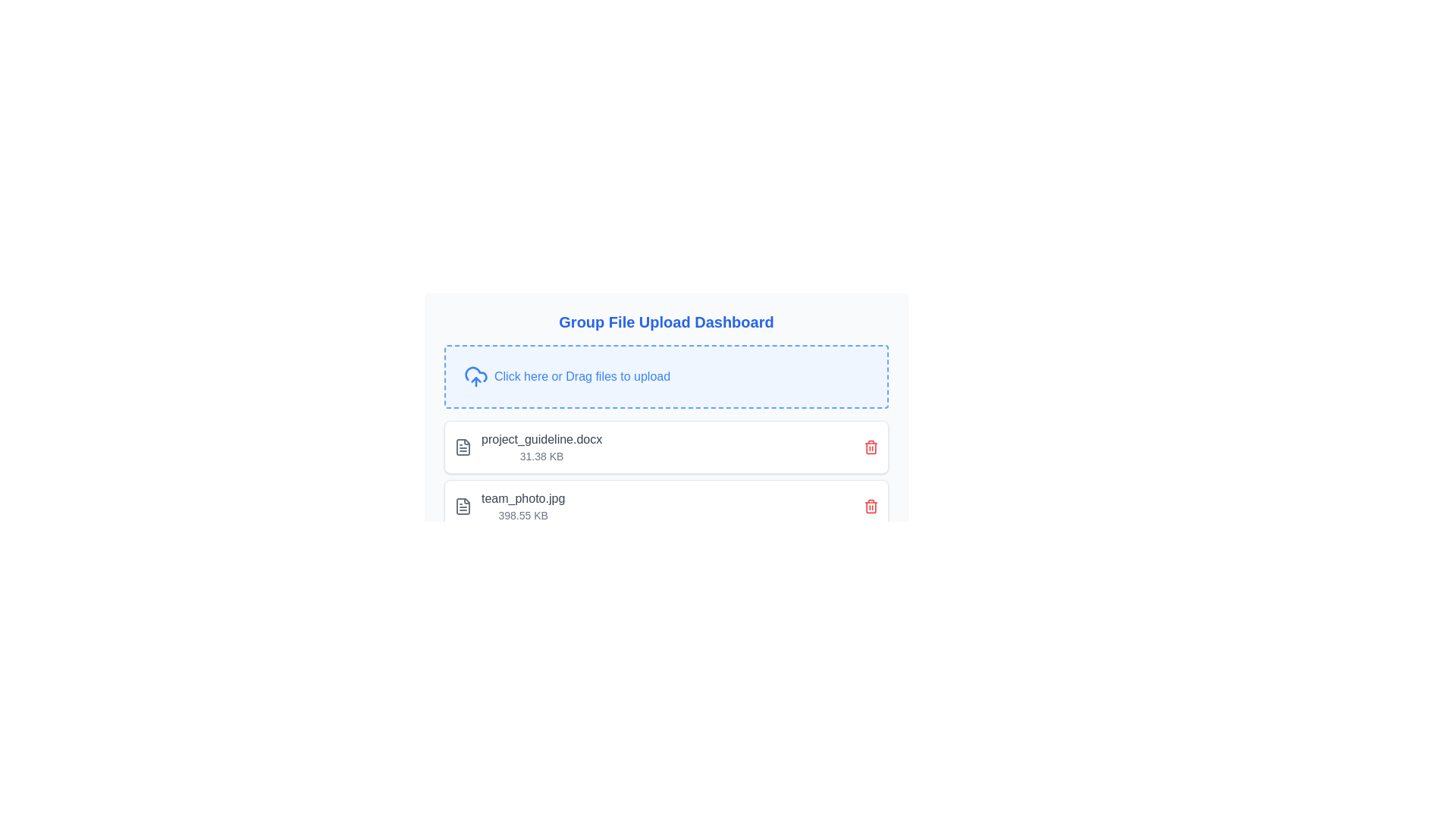 The height and width of the screenshot is (819, 1456). Describe the element at coordinates (541, 439) in the screenshot. I see `the text label displaying the filename 'project_guideline.docx' to select the text` at that location.